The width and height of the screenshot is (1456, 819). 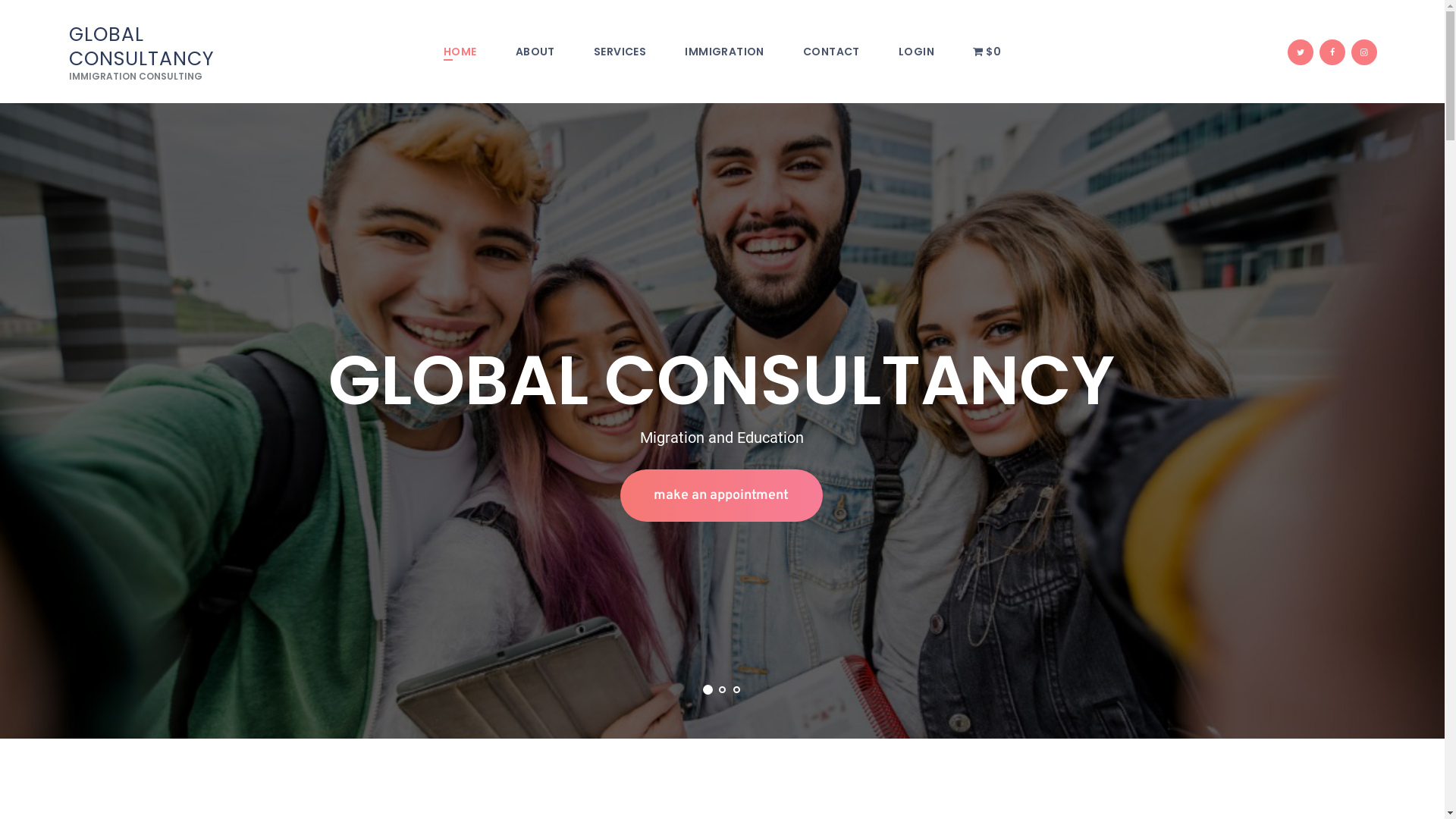 I want to click on '$0', so click(x=987, y=52).